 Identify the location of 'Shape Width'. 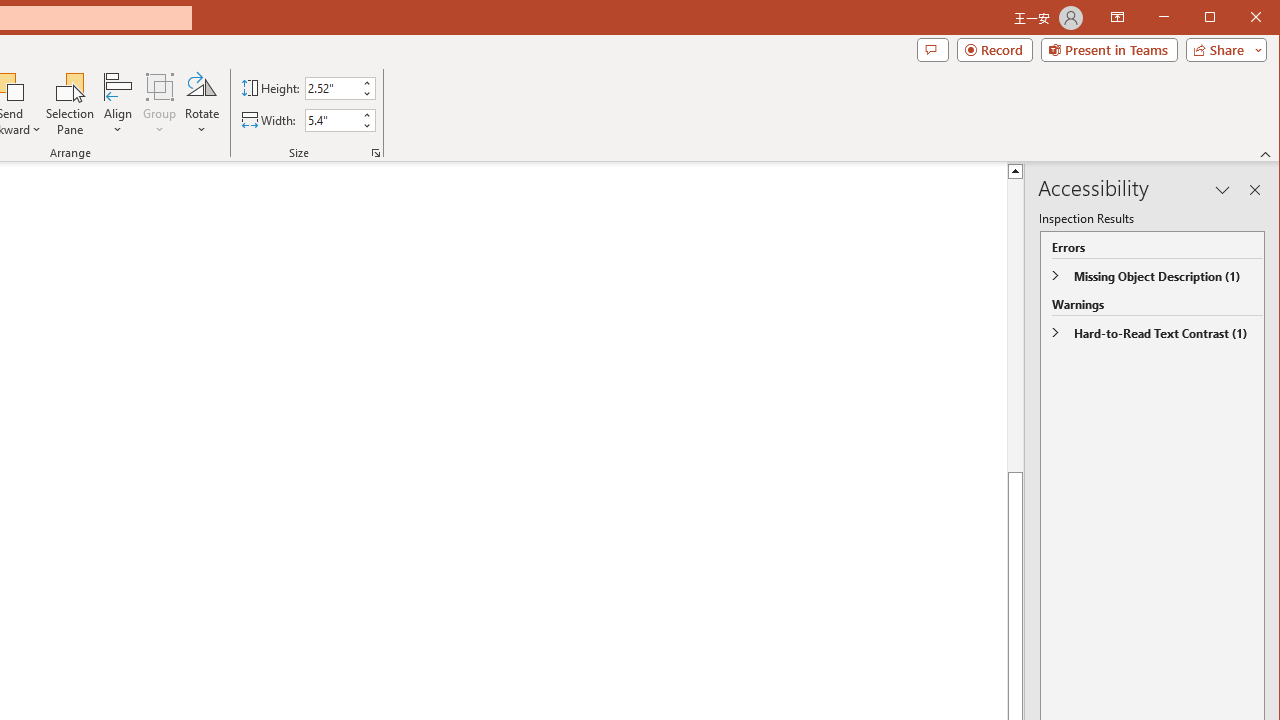
(332, 120).